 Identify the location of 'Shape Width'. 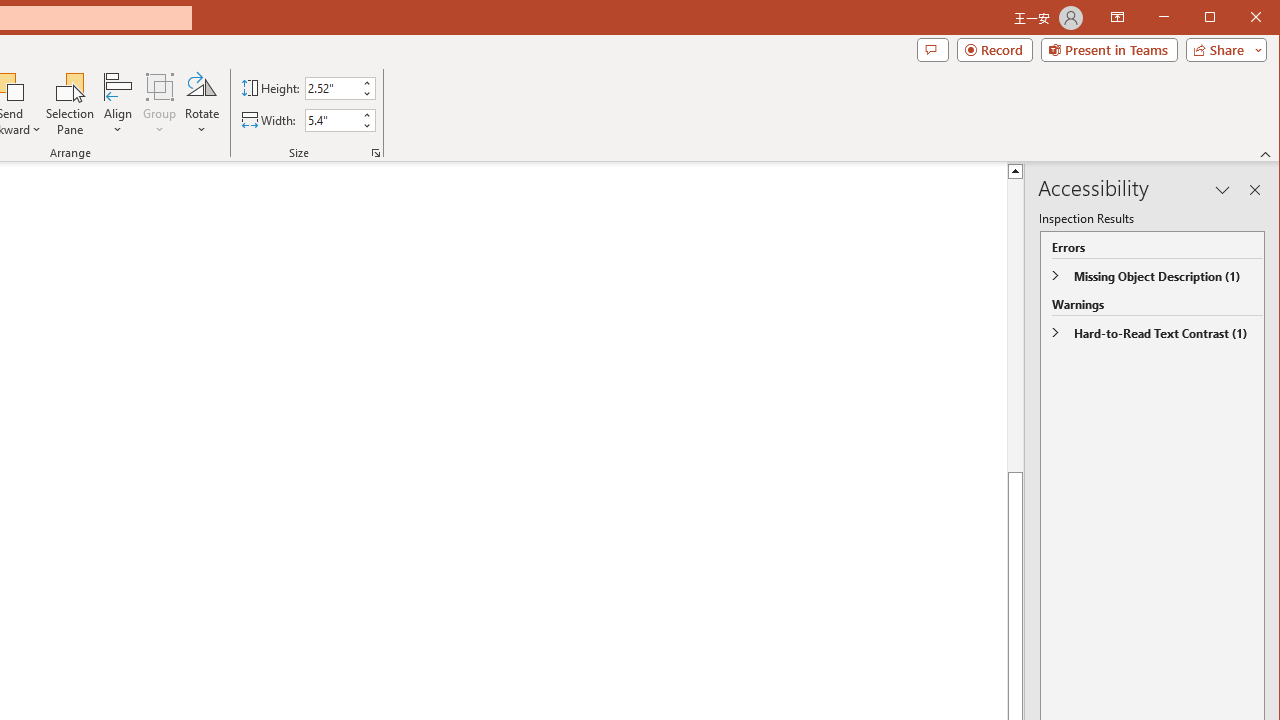
(332, 120).